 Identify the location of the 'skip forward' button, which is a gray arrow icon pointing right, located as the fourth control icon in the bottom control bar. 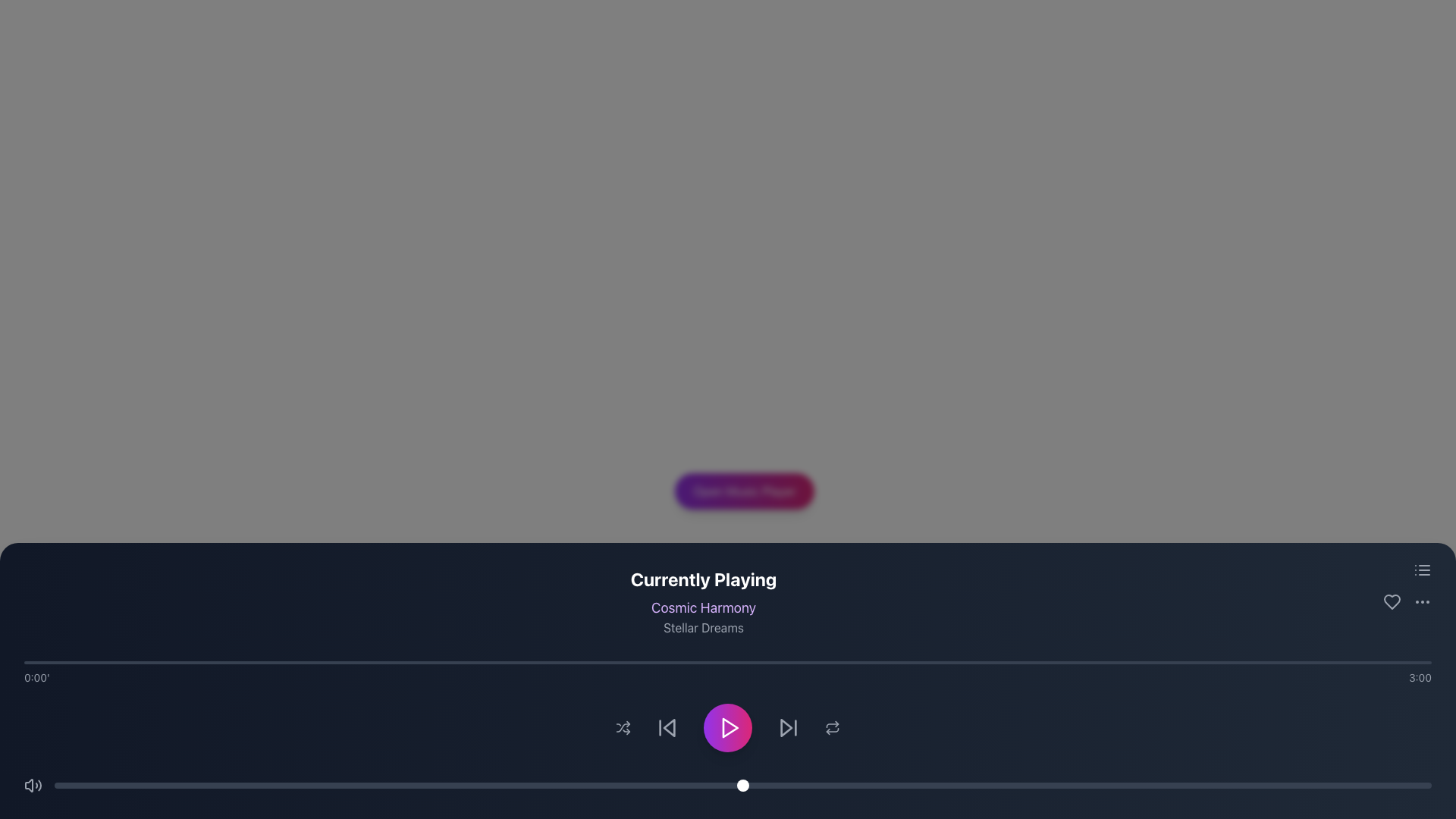
(789, 727).